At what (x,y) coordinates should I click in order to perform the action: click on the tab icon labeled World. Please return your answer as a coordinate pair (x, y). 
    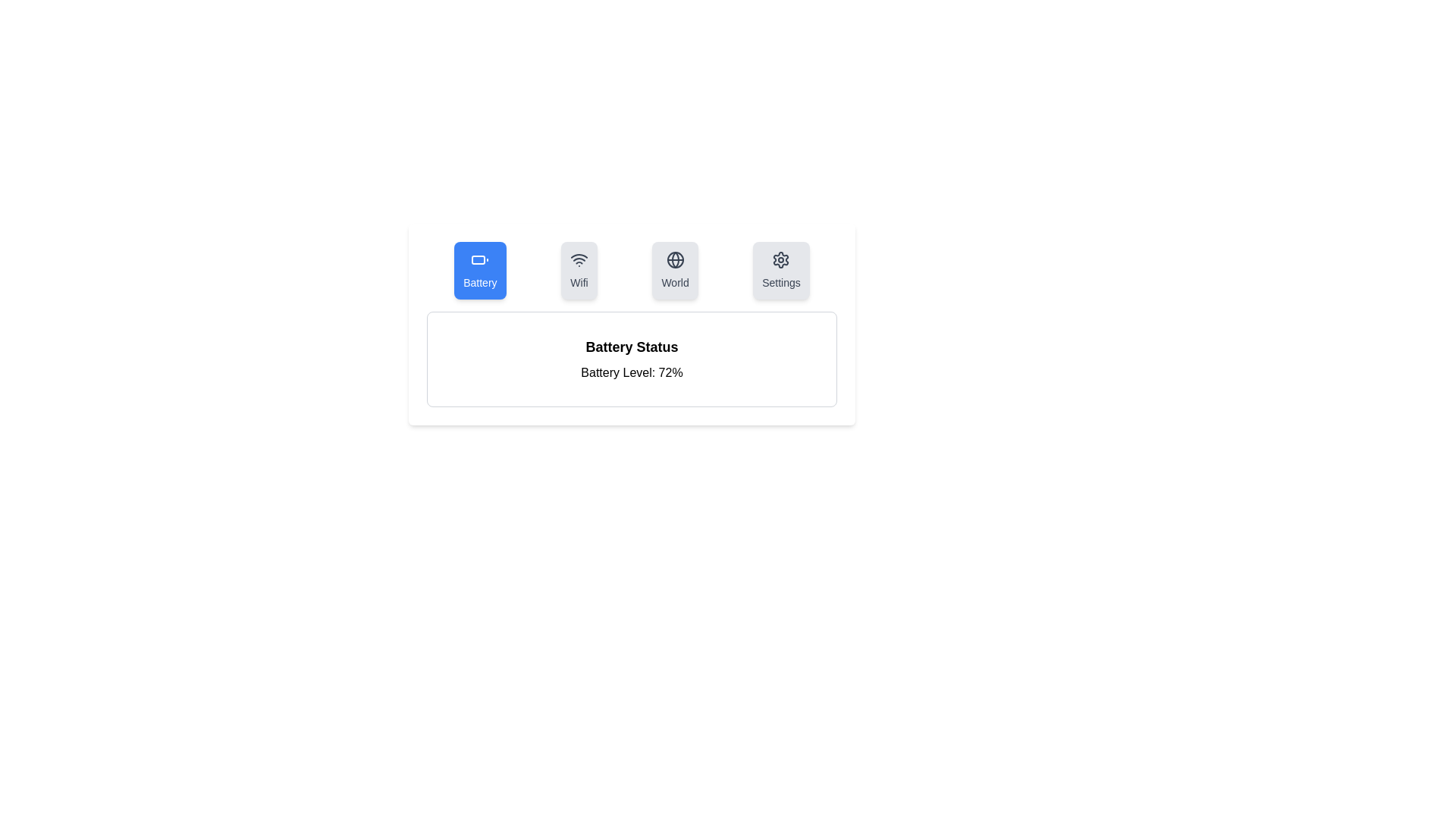
    Looking at the image, I should click on (674, 270).